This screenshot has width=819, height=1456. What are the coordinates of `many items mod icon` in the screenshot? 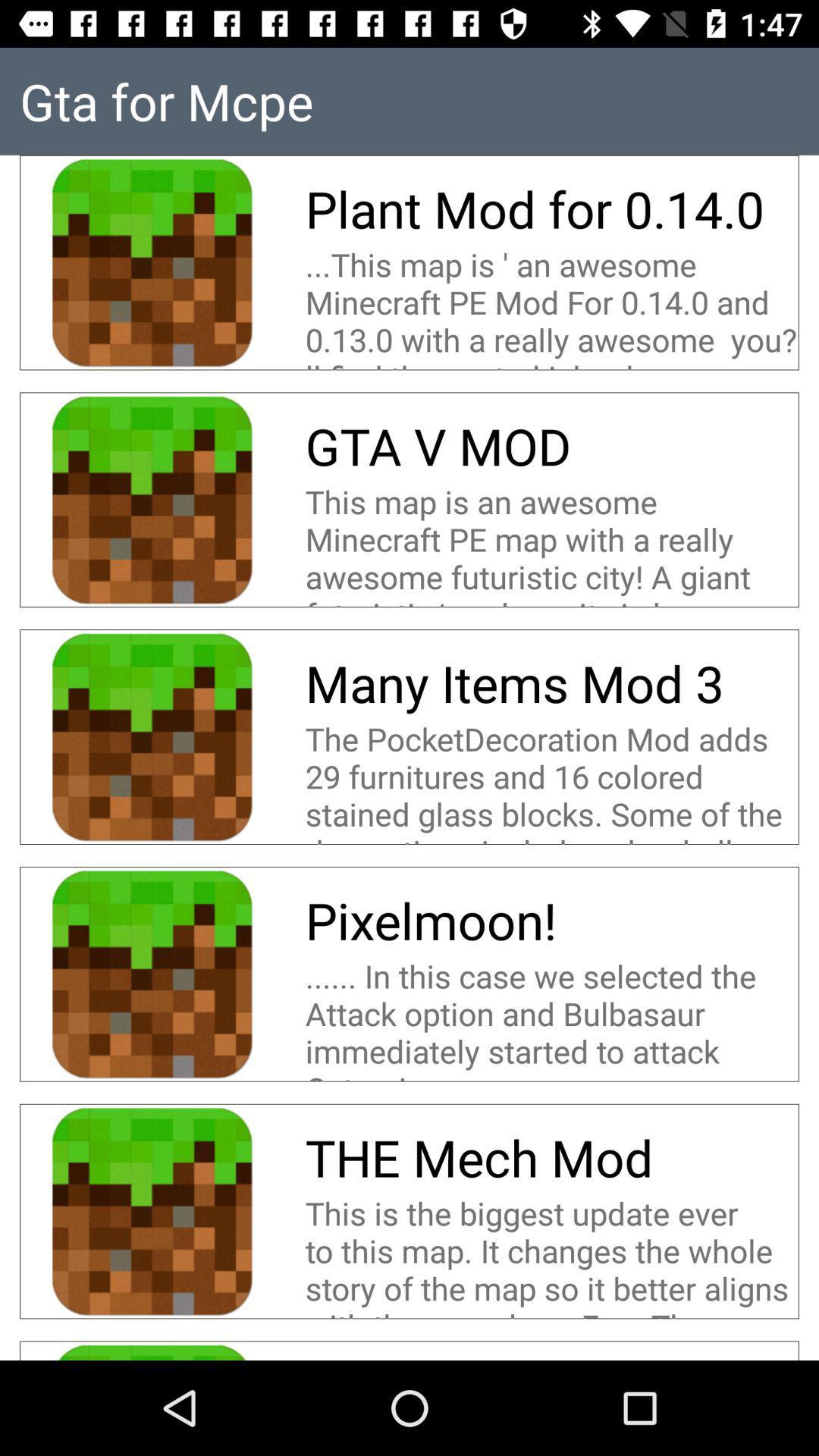 It's located at (519, 682).